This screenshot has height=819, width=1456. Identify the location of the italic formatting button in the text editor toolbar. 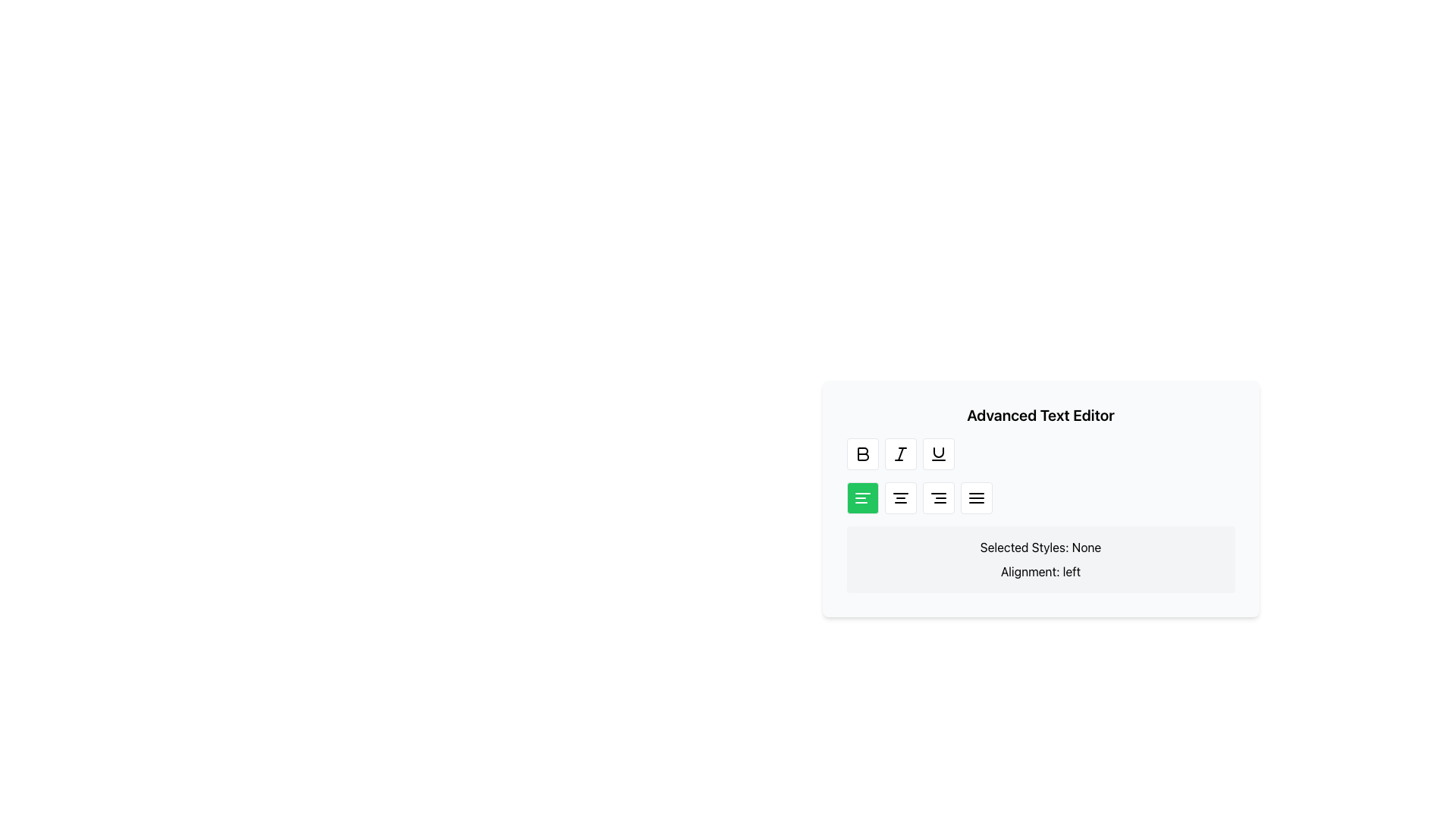
(900, 453).